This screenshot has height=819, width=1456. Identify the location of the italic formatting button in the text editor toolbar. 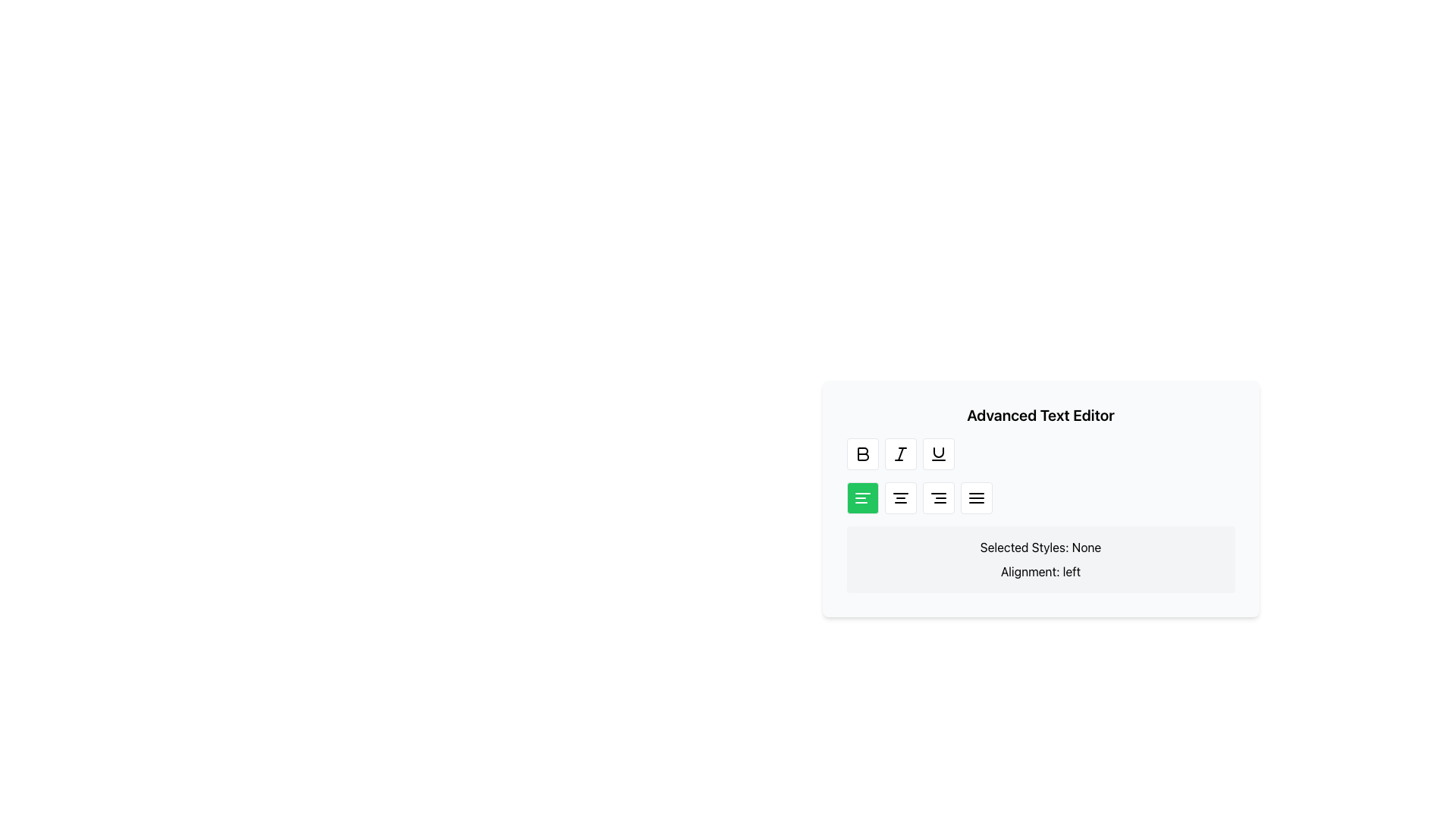
(900, 453).